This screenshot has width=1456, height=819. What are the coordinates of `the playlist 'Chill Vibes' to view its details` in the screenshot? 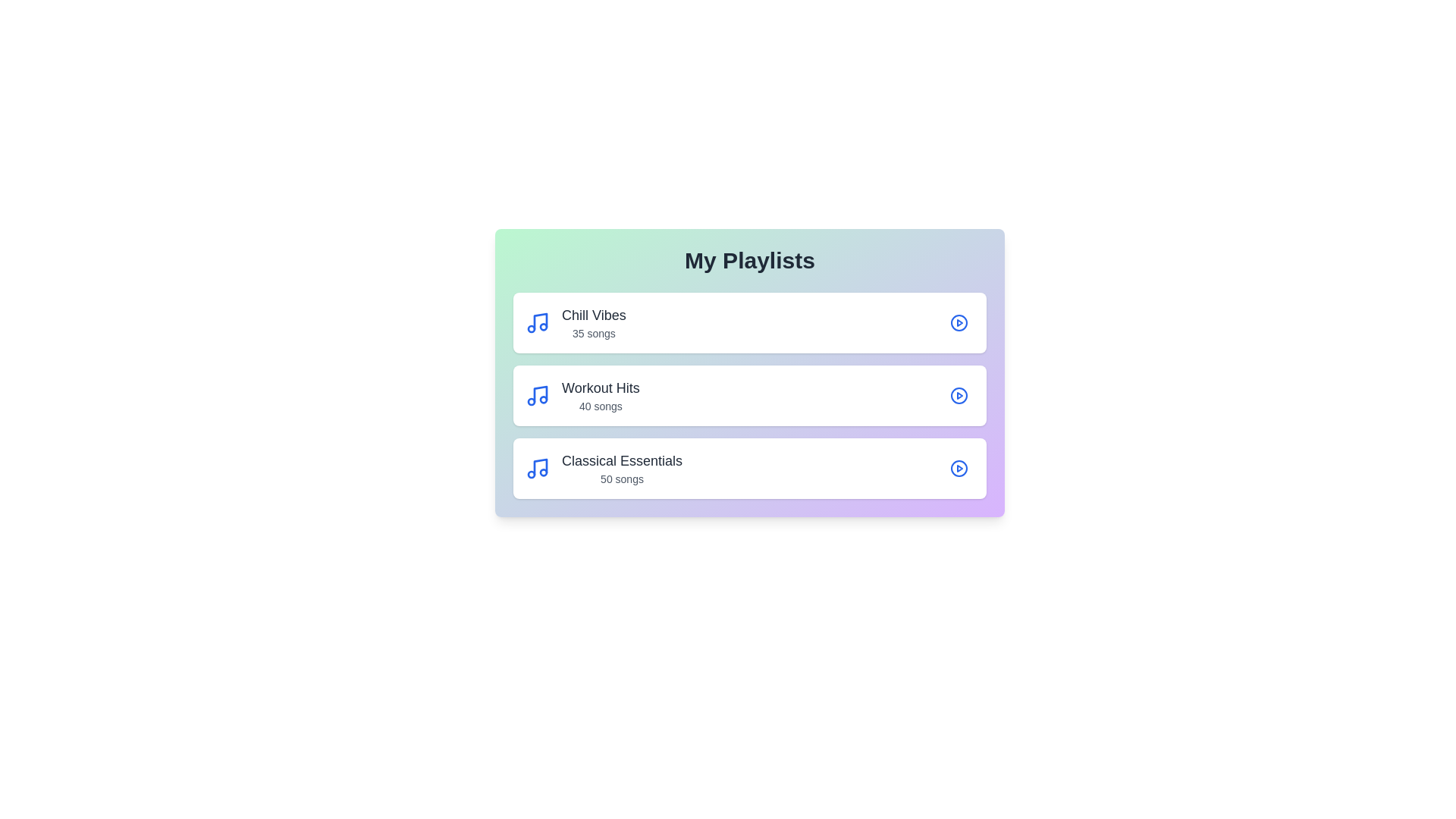 It's located at (749, 322).